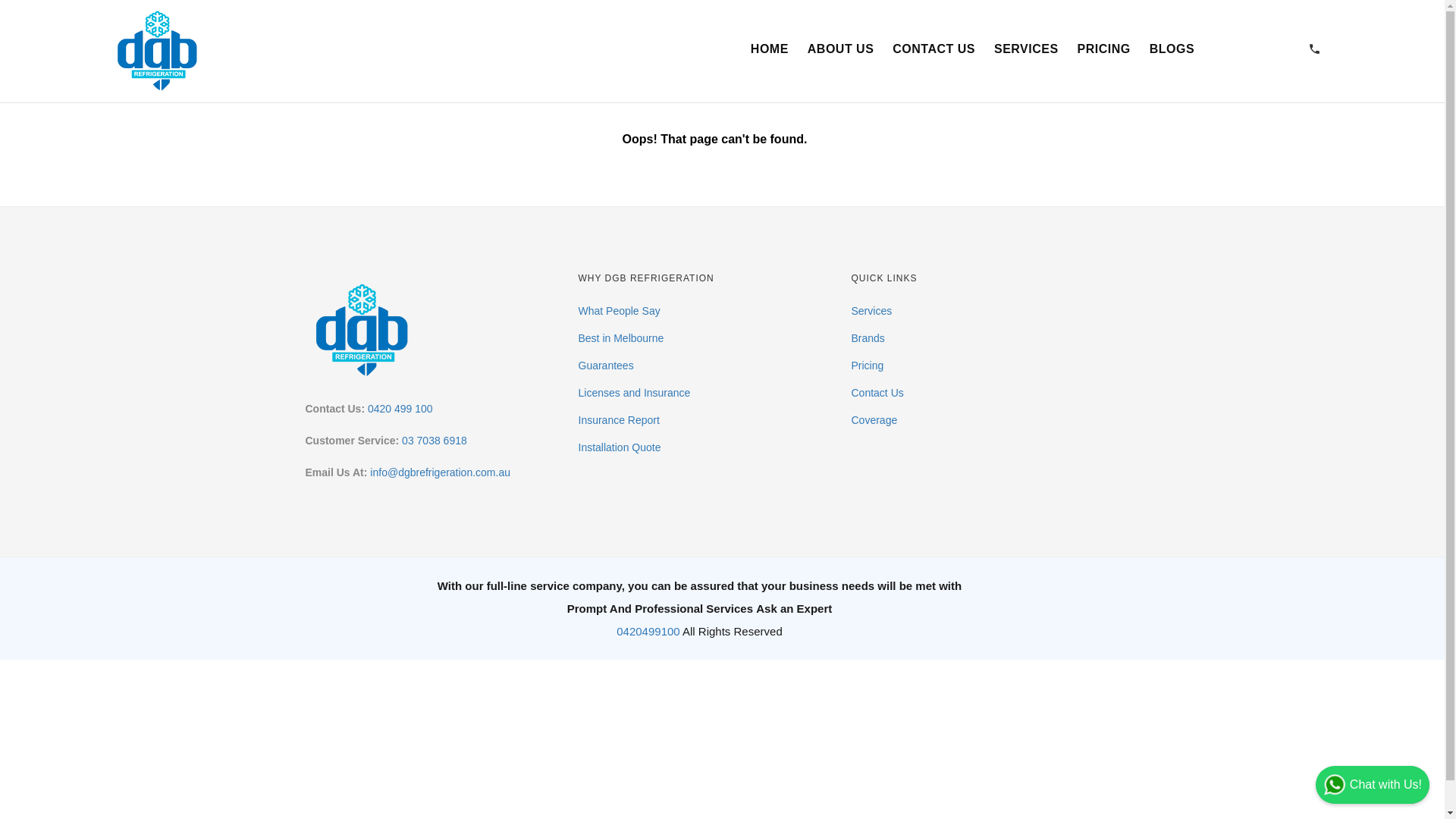 This screenshot has height=819, width=1456. I want to click on 'Brands', so click(867, 337).